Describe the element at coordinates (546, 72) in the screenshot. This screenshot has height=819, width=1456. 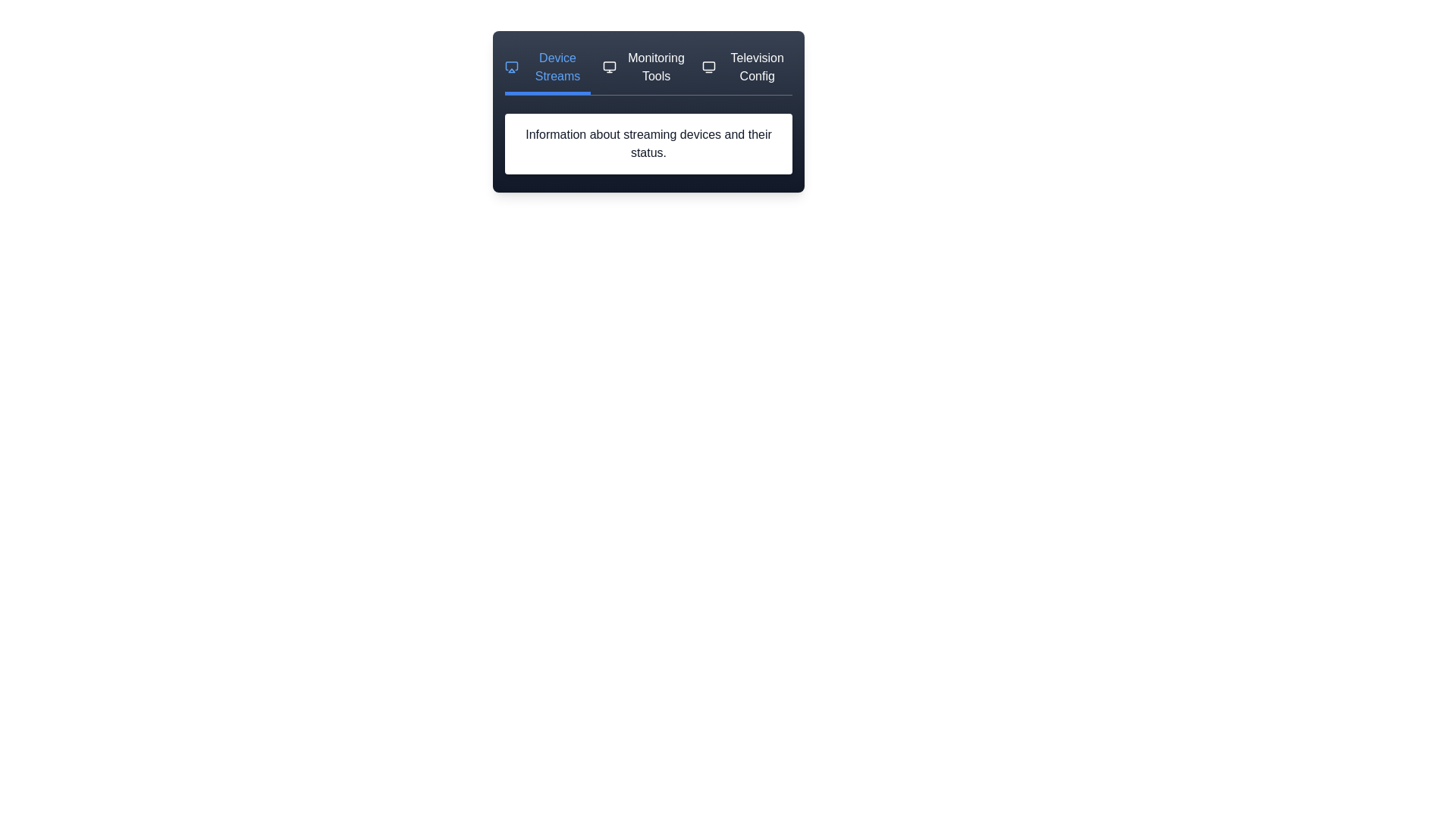
I see `the tab labeled Device Streams to preview its effect` at that location.